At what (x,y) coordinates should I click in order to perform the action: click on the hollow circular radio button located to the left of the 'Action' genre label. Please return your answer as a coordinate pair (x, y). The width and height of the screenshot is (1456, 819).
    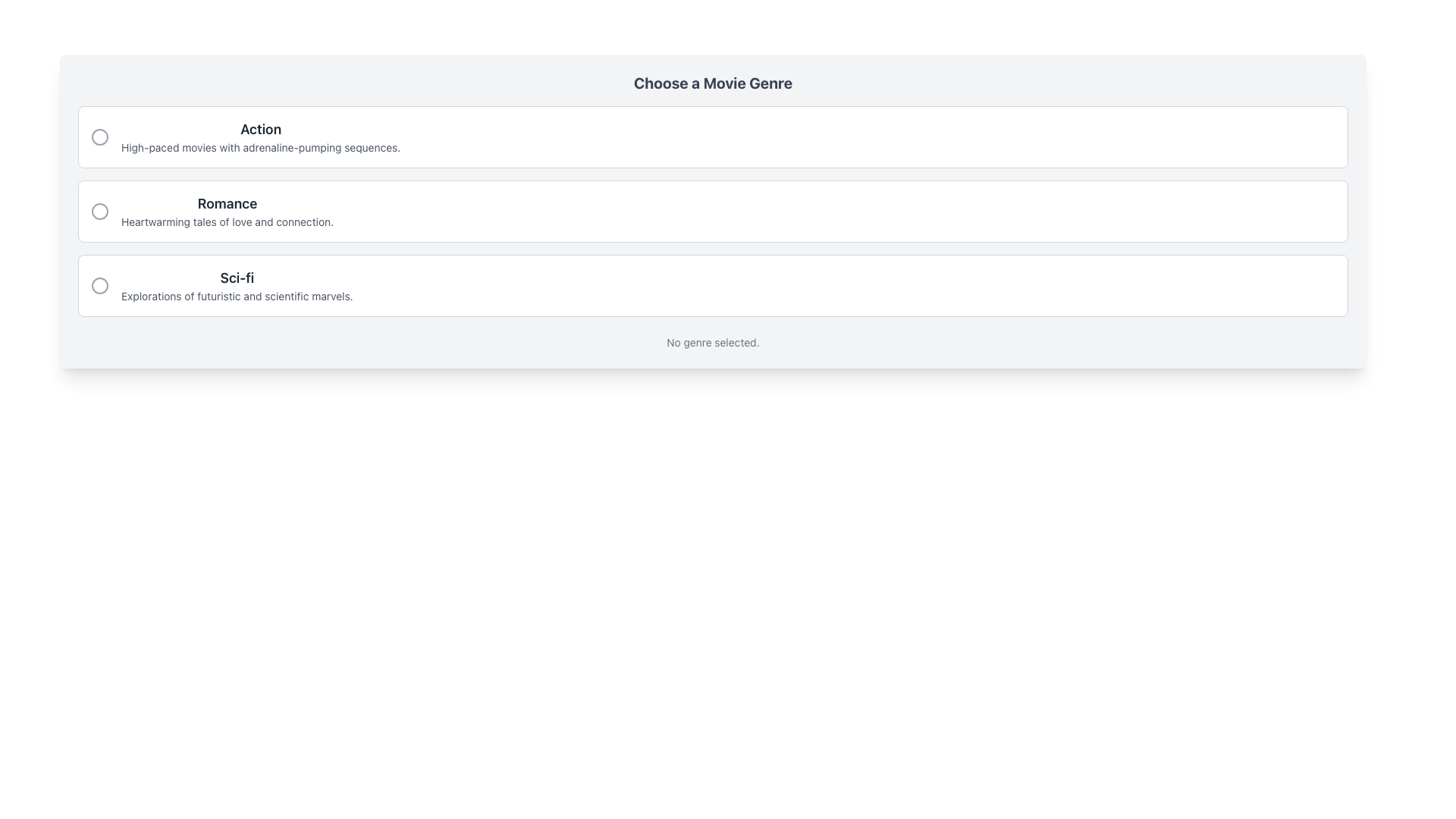
    Looking at the image, I should click on (99, 137).